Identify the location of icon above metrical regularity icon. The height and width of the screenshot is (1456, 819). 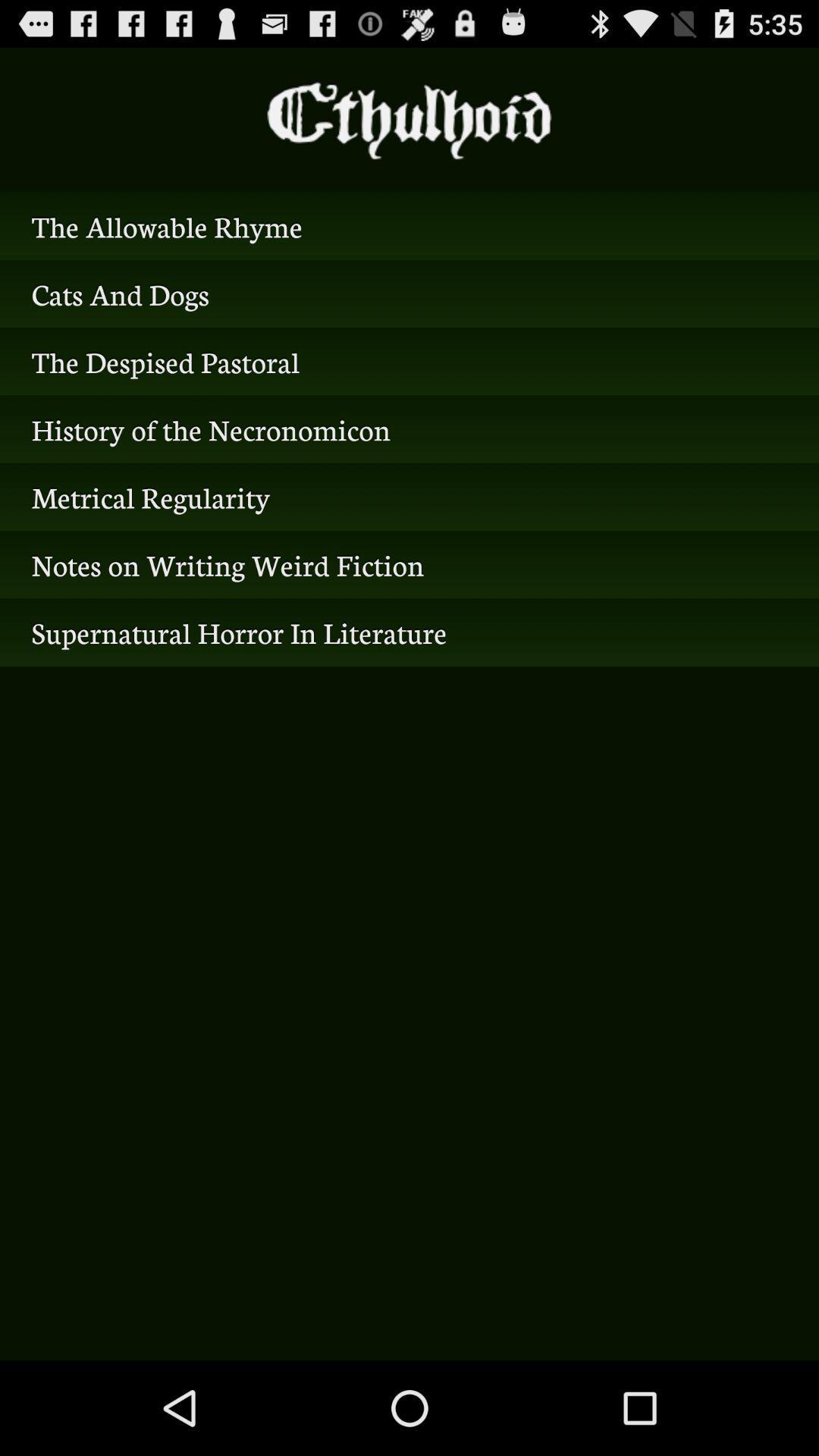
(409, 428).